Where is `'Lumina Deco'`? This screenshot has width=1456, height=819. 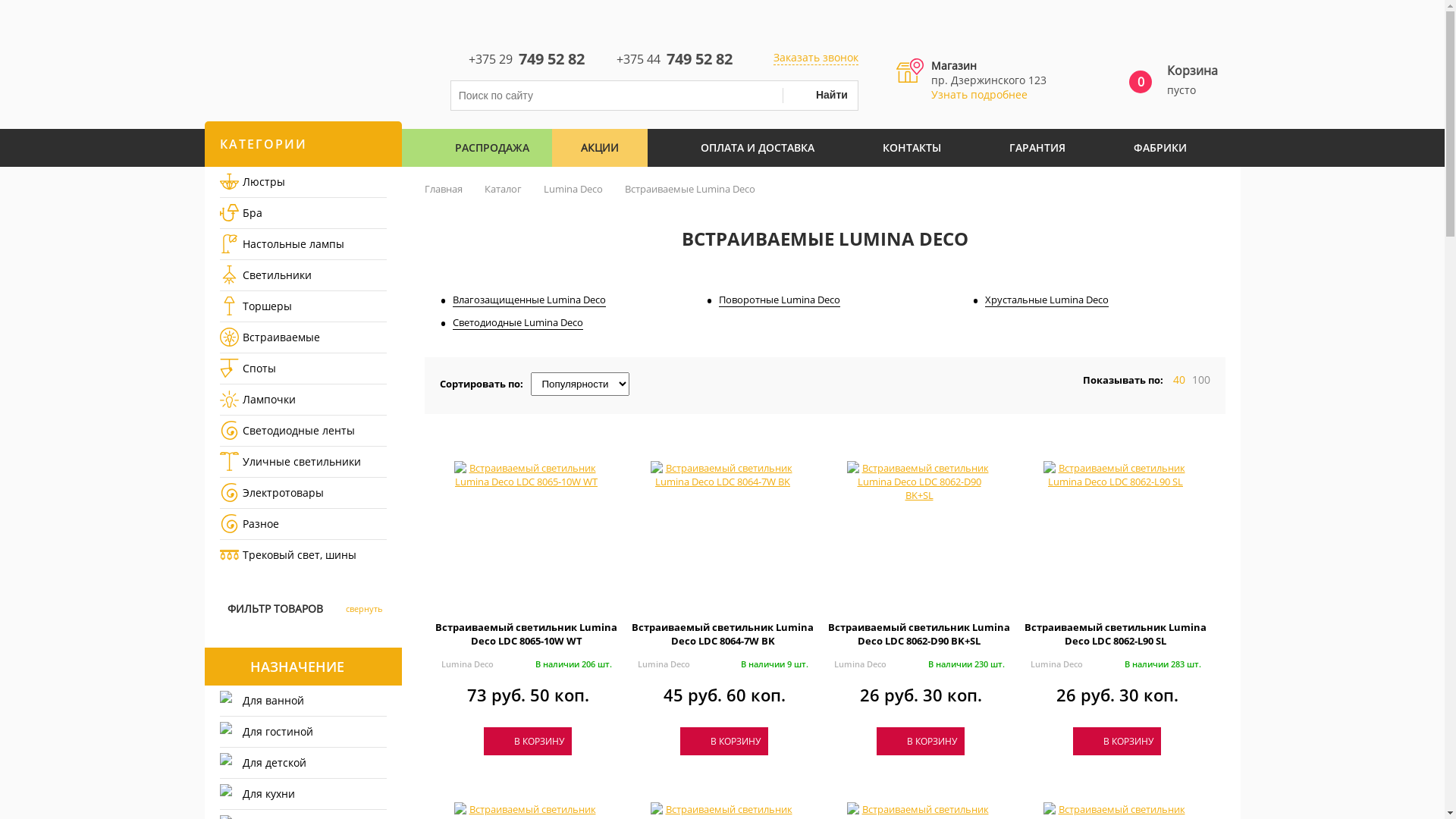
'Lumina Deco' is located at coordinates (833, 663).